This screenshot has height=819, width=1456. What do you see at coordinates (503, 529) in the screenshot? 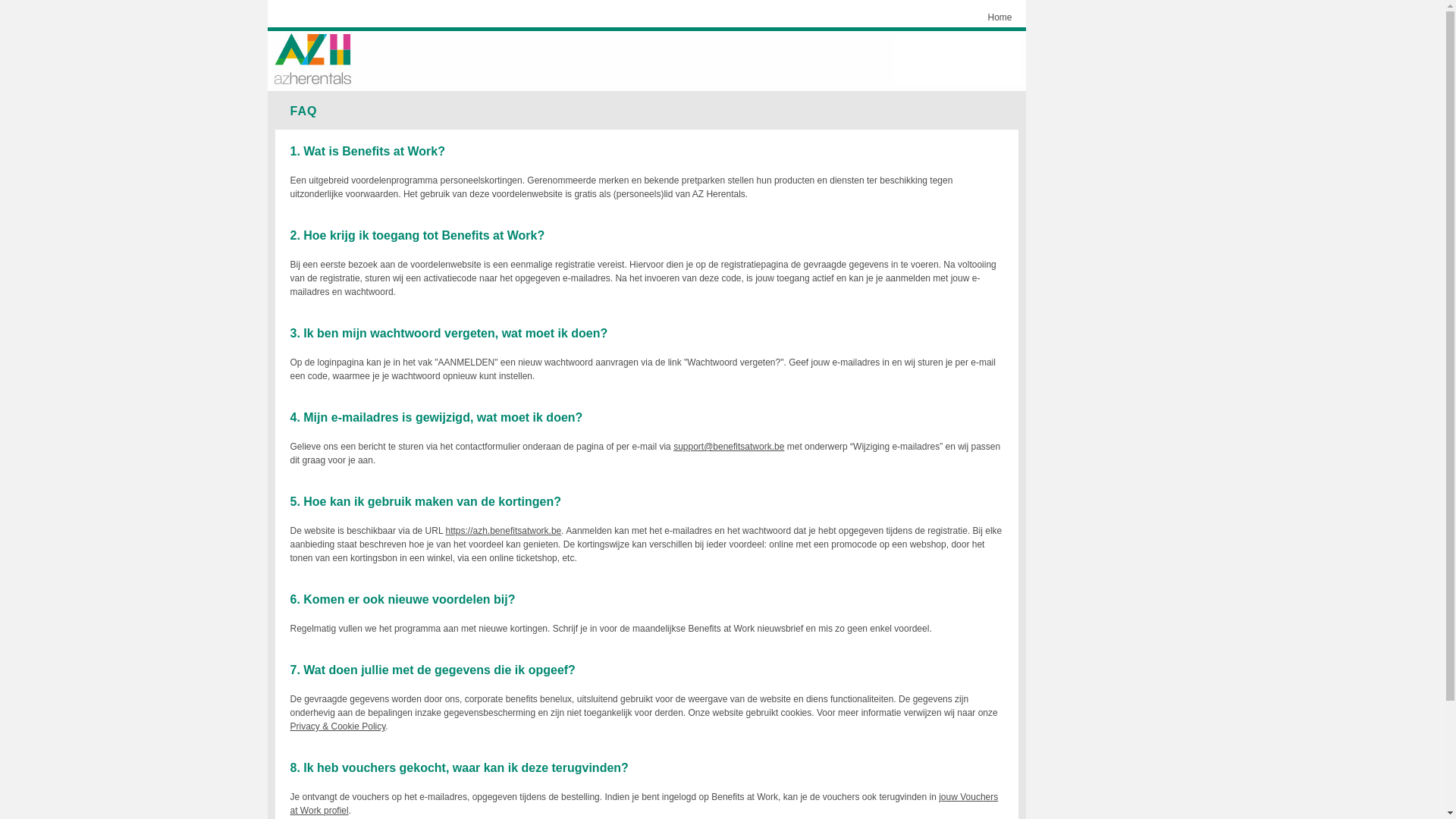
I see `'https://azh.benefitsatwork.be'` at bounding box center [503, 529].